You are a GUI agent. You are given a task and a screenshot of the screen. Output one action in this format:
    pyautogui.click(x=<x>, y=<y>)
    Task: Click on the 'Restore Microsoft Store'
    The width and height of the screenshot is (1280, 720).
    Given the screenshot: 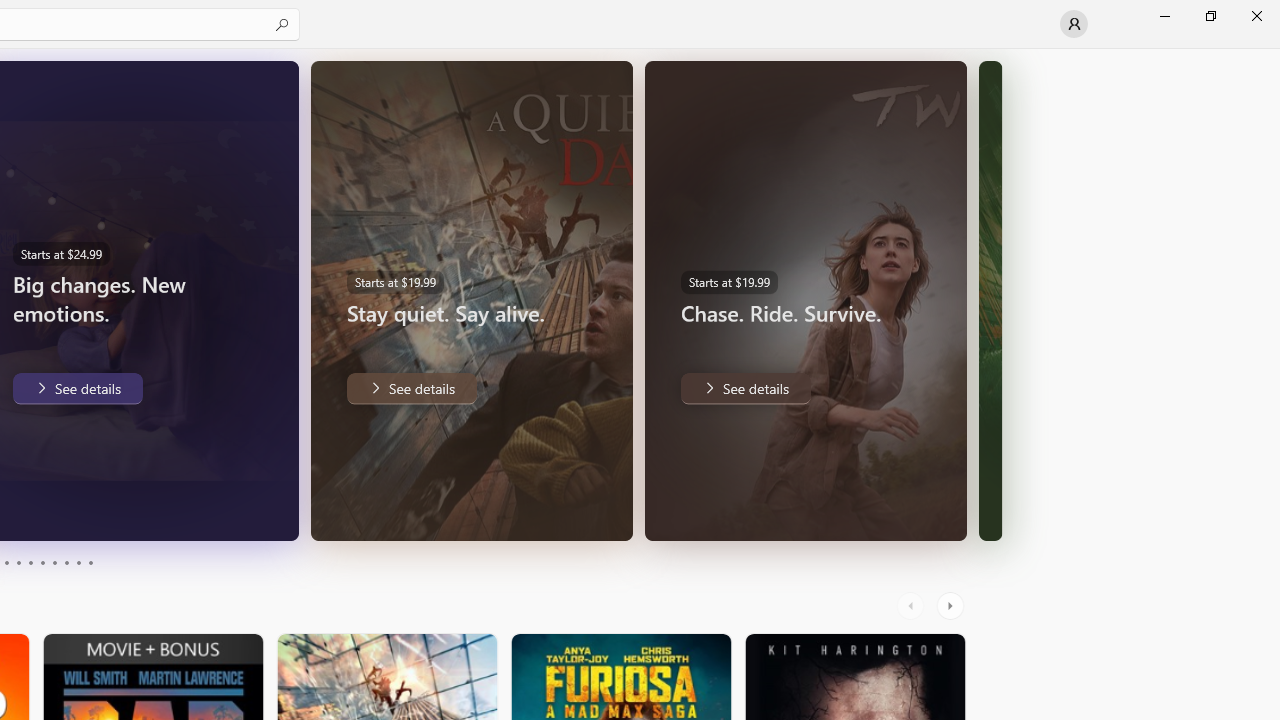 What is the action you would take?
    pyautogui.click(x=1209, y=15)
    